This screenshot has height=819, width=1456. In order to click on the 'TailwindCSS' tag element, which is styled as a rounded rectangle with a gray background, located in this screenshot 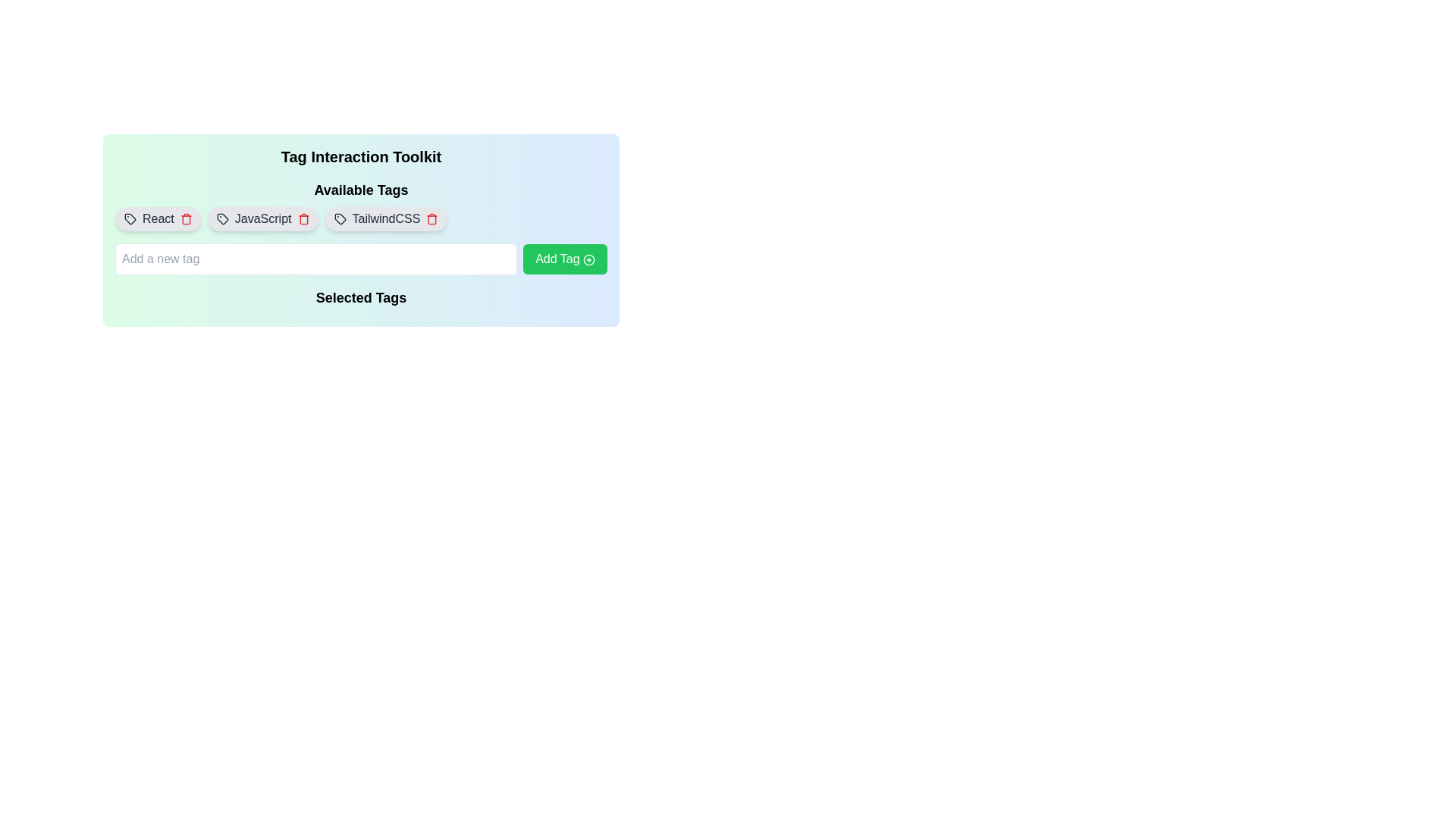, I will do `click(386, 219)`.